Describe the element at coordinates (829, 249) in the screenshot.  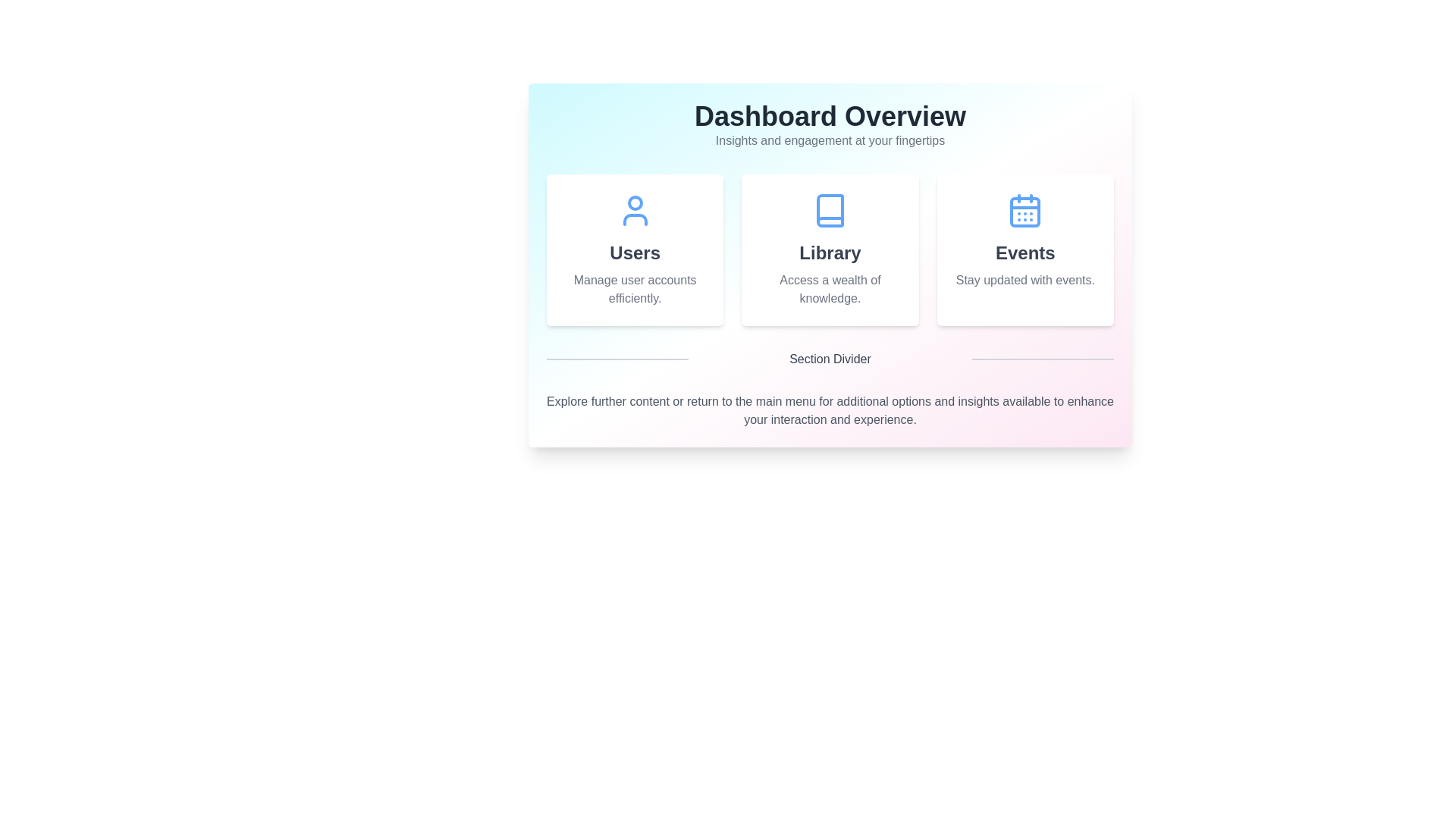
I see `the central Static informational card that represents the 'Library' category, positioned in the center of a three-column grid layout` at that location.